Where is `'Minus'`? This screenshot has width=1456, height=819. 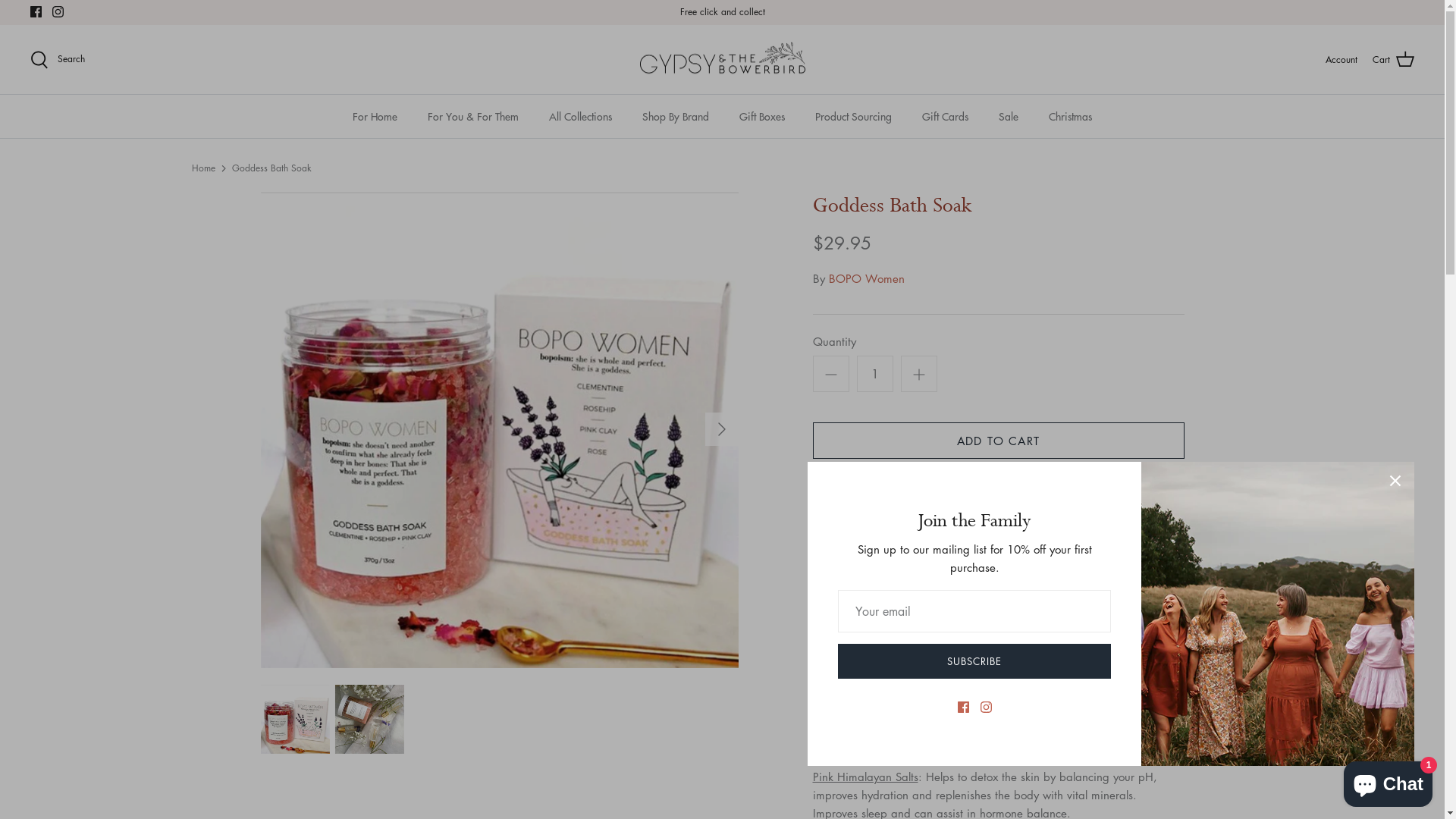
'Minus' is located at coordinates (830, 374).